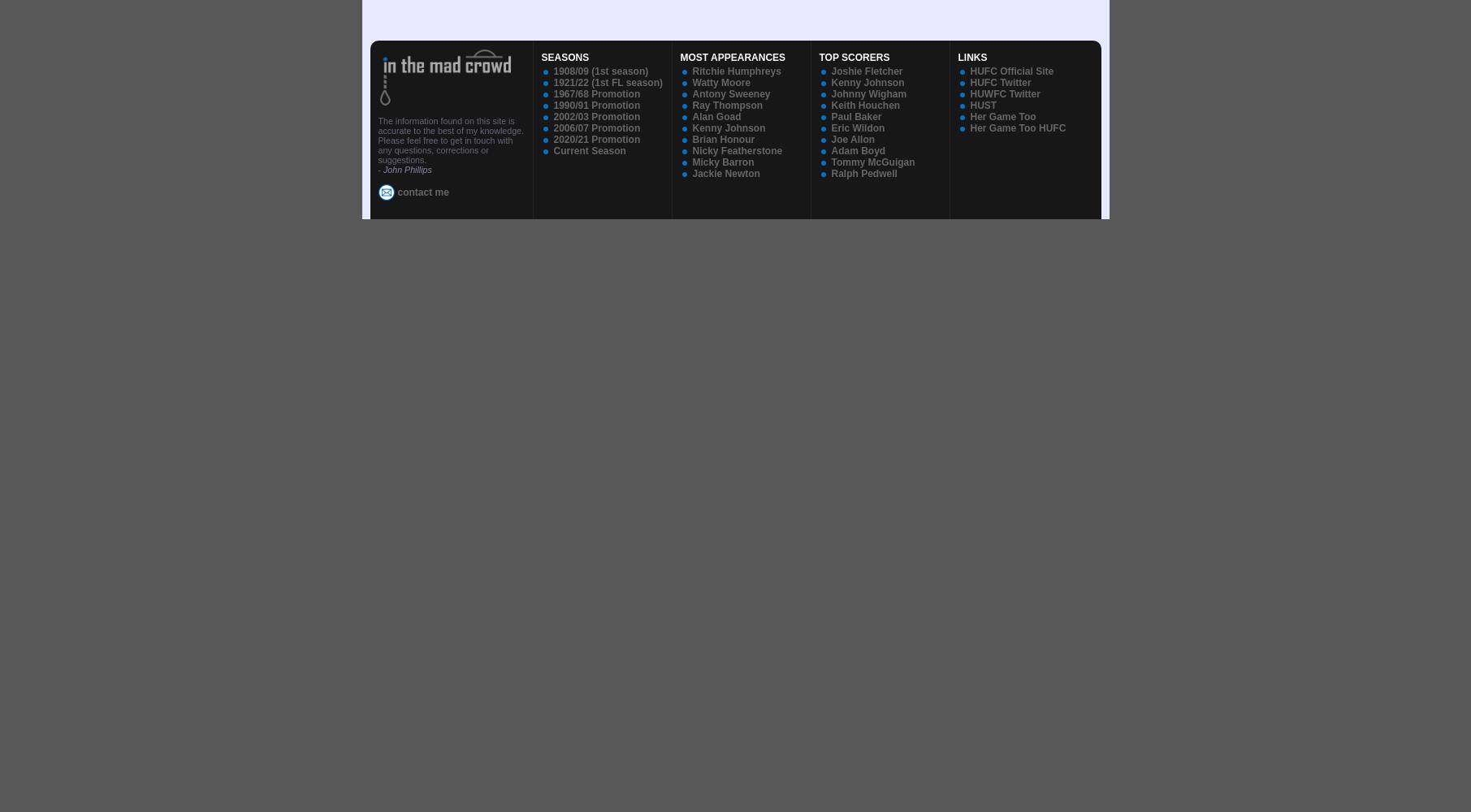 The image size is (1471, 812). Describe the element at coordinates (595, 93) in the screenshot. I see `'1967/68 Promotion'` at that location.